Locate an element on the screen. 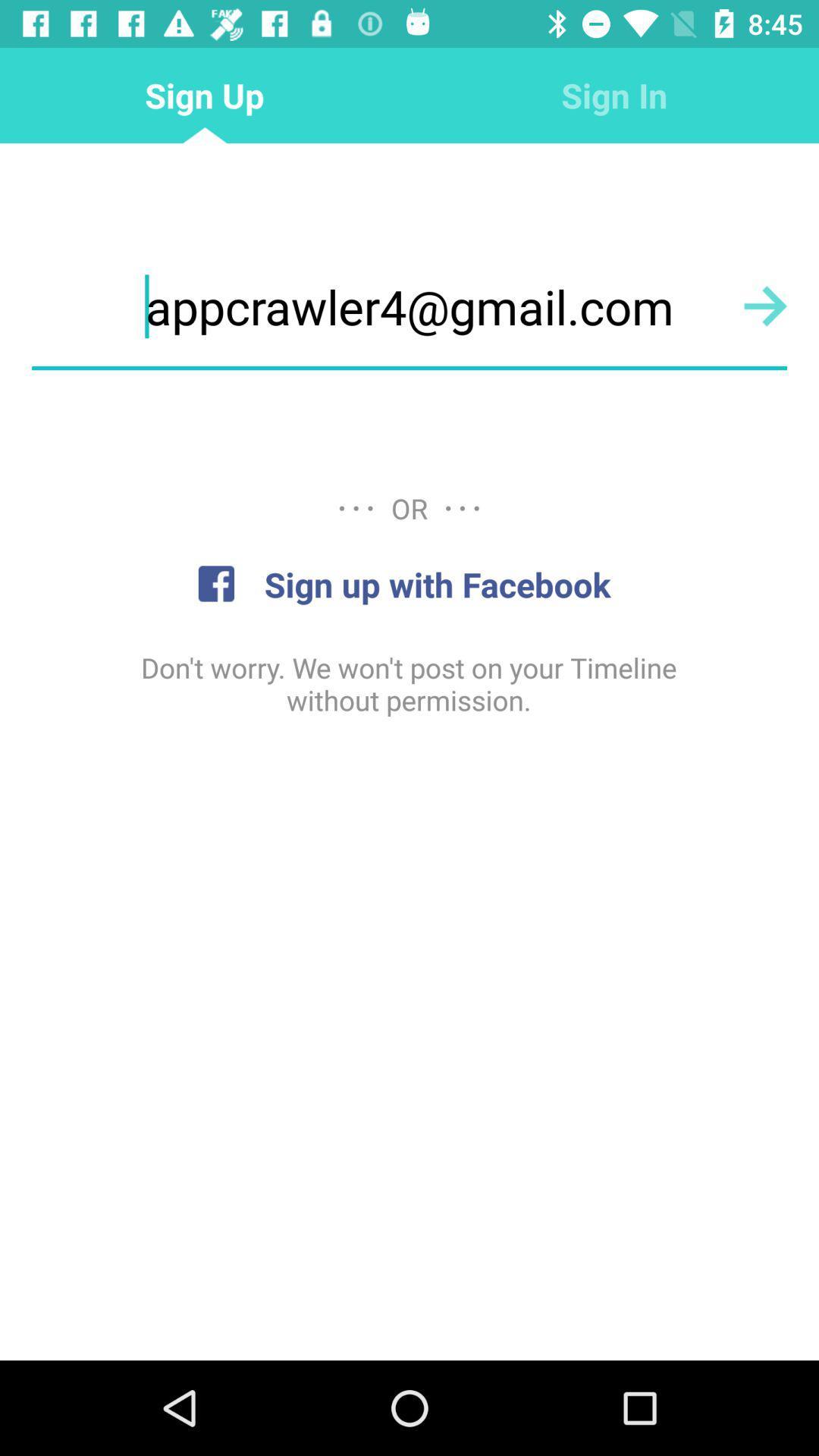 This screenshot has width=819, height=1456. the icon to the right of the sign up is located at coordinates (614, 94).